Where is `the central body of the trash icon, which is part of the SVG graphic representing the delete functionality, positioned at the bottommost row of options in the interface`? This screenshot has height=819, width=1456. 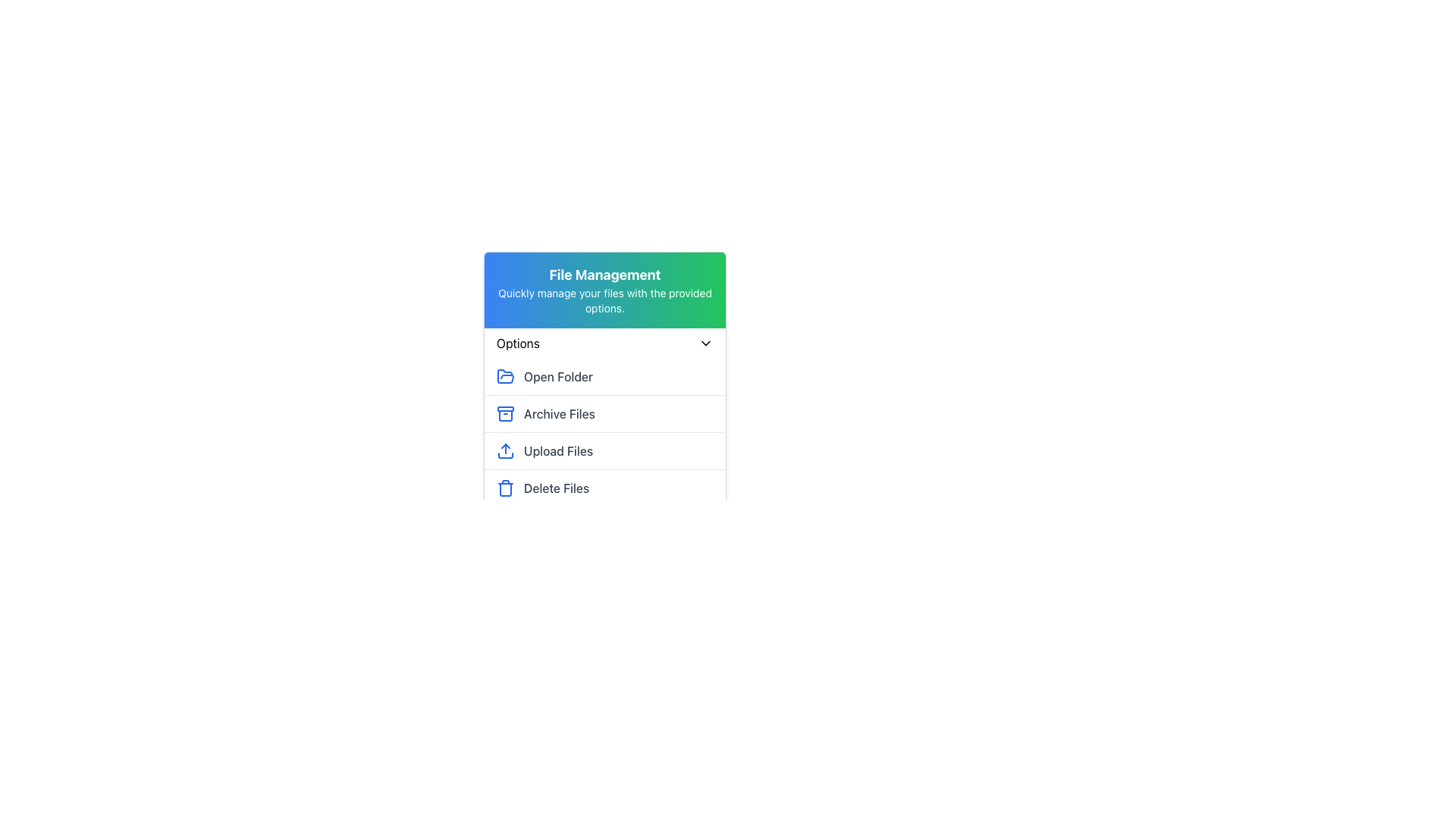
the central body of the trash icon, which is part of the SVG graphic representing the delete functionality, positioned at the bottommost row of options in the interface is located at coordinates (506, 489).